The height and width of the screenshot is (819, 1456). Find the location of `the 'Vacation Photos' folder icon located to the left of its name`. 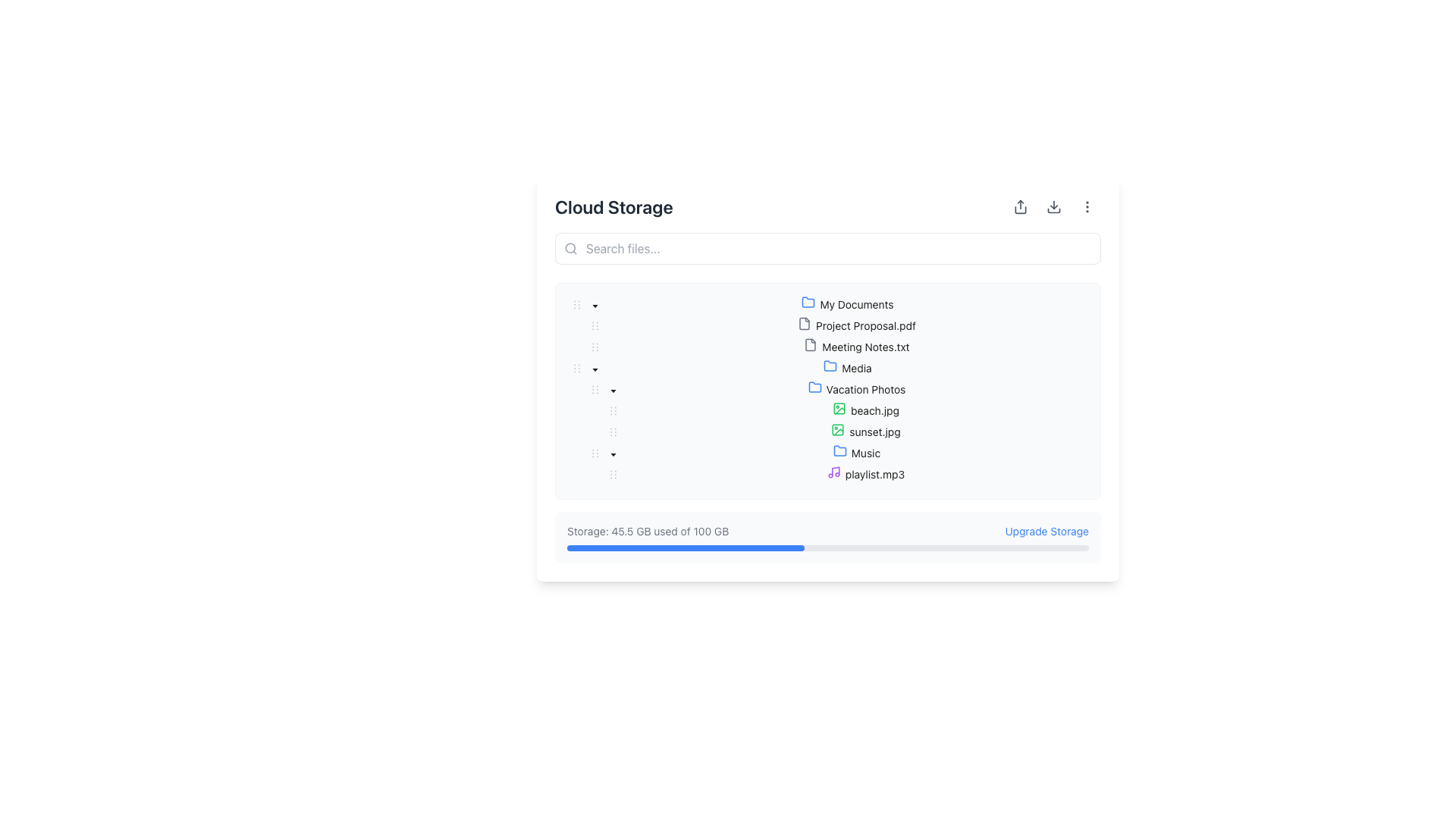

the 'Vacation Photos' folder icon located to the left of its name is located at coordinates (815, 388).